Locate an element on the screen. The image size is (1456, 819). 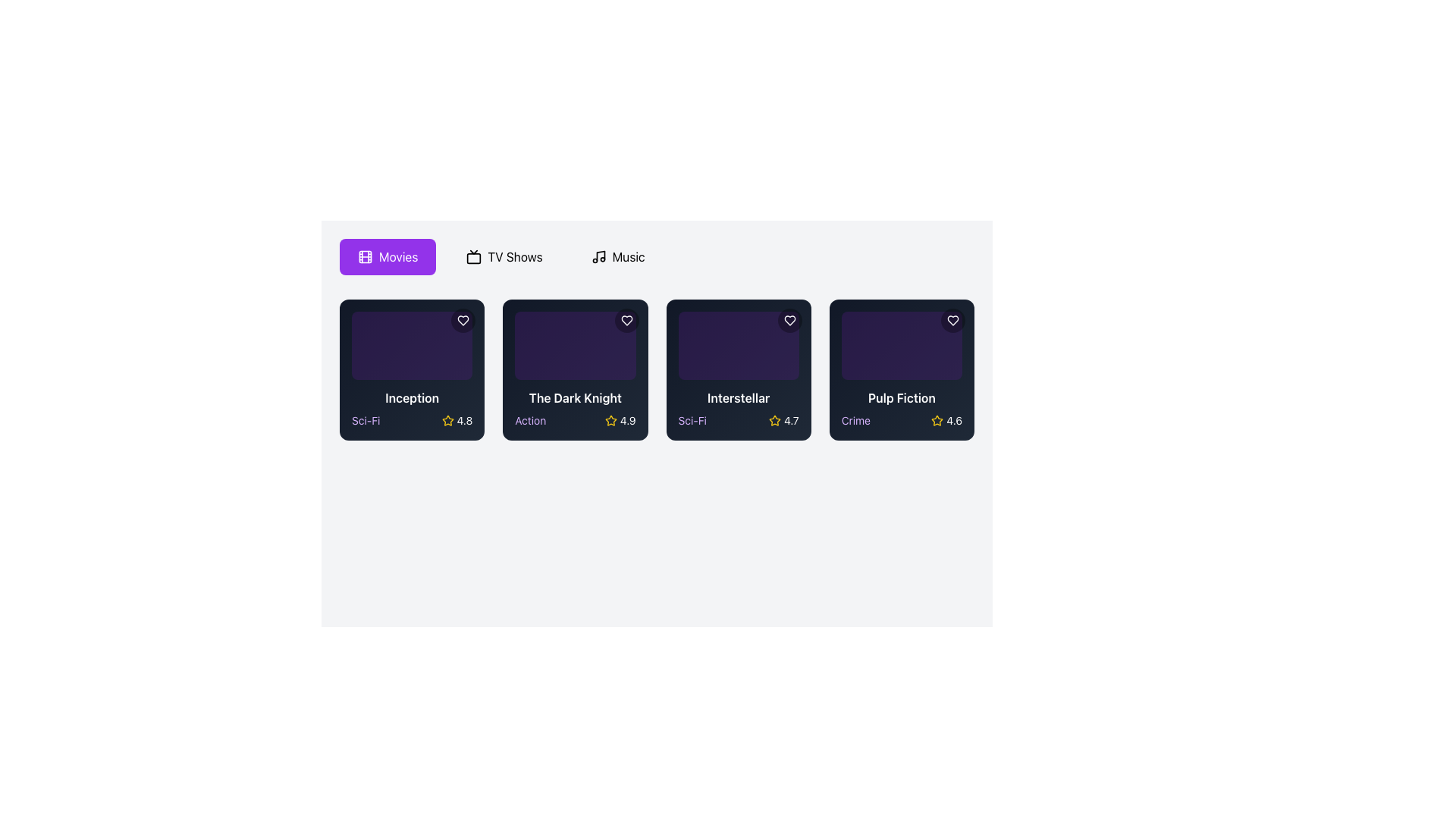
the non-interactive text label indicating the title of the movie on the rightmost card in the horizontal layout of movie cards is located at coordinates (902, 397).